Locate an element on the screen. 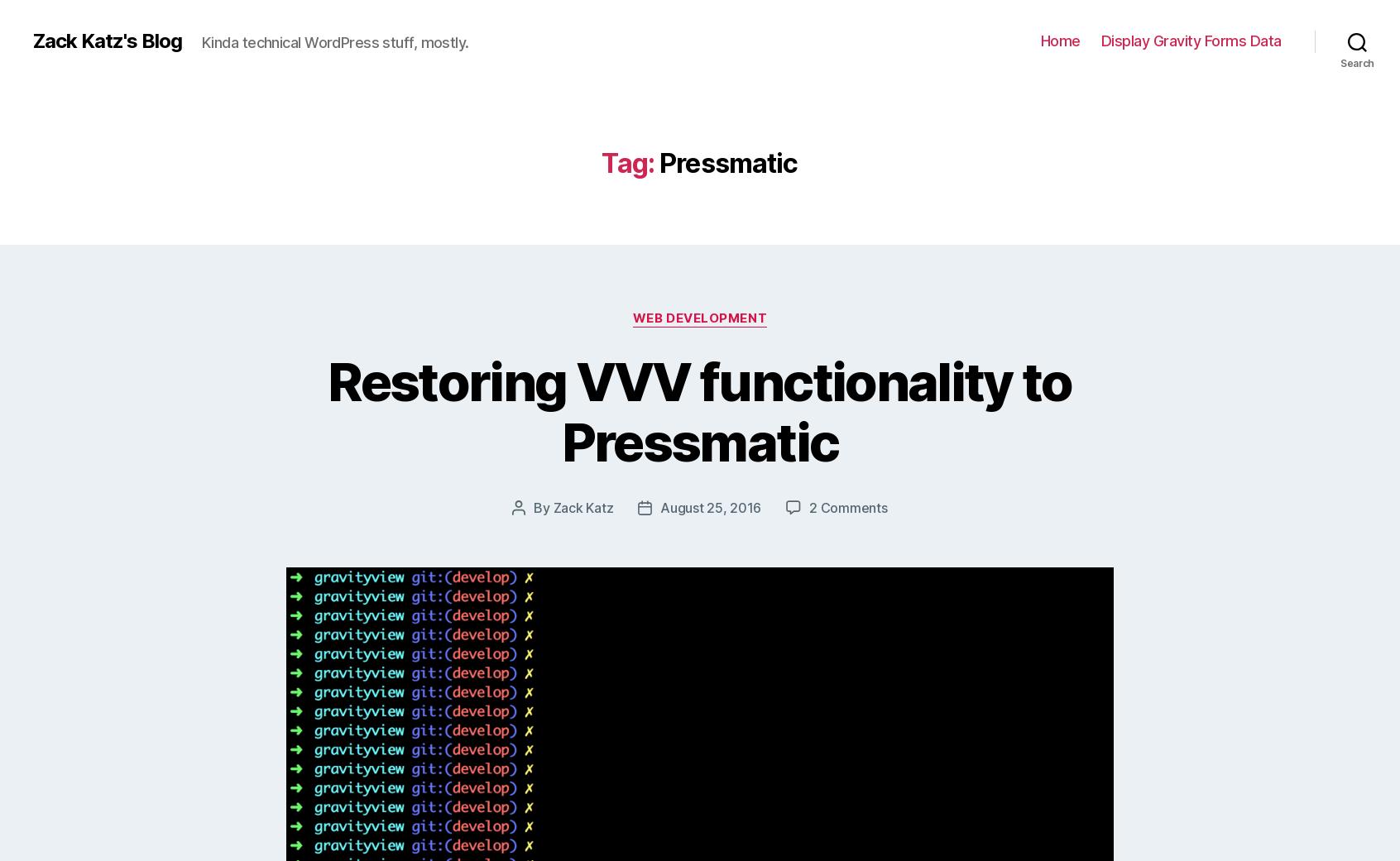  'Top Posts & Pages' is located at coordinates (723, 334).